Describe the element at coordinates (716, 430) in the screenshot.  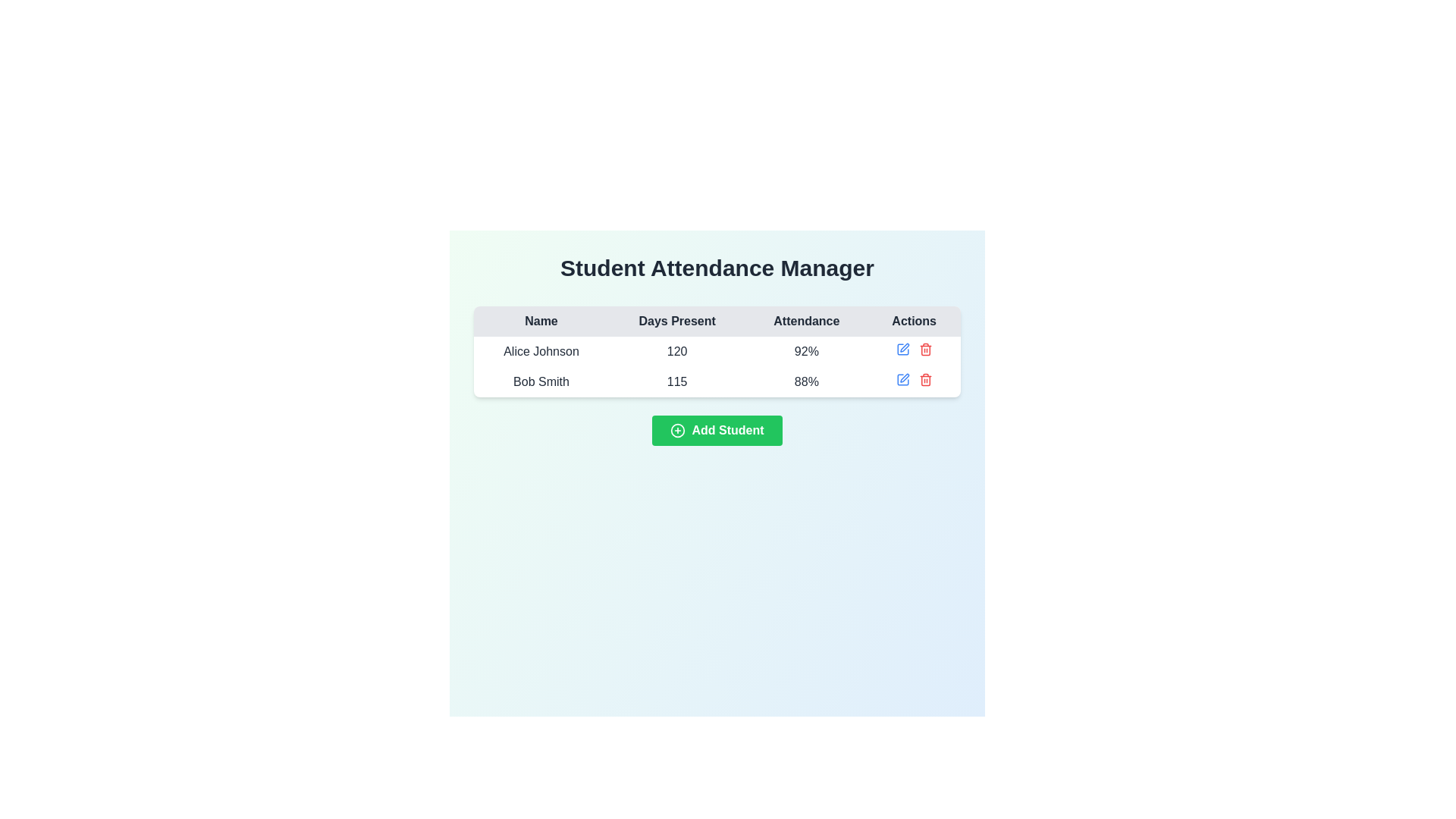
I see `the green 'Add Student' button with rounded edges, which has a white bold font and a plus icon` at that location.